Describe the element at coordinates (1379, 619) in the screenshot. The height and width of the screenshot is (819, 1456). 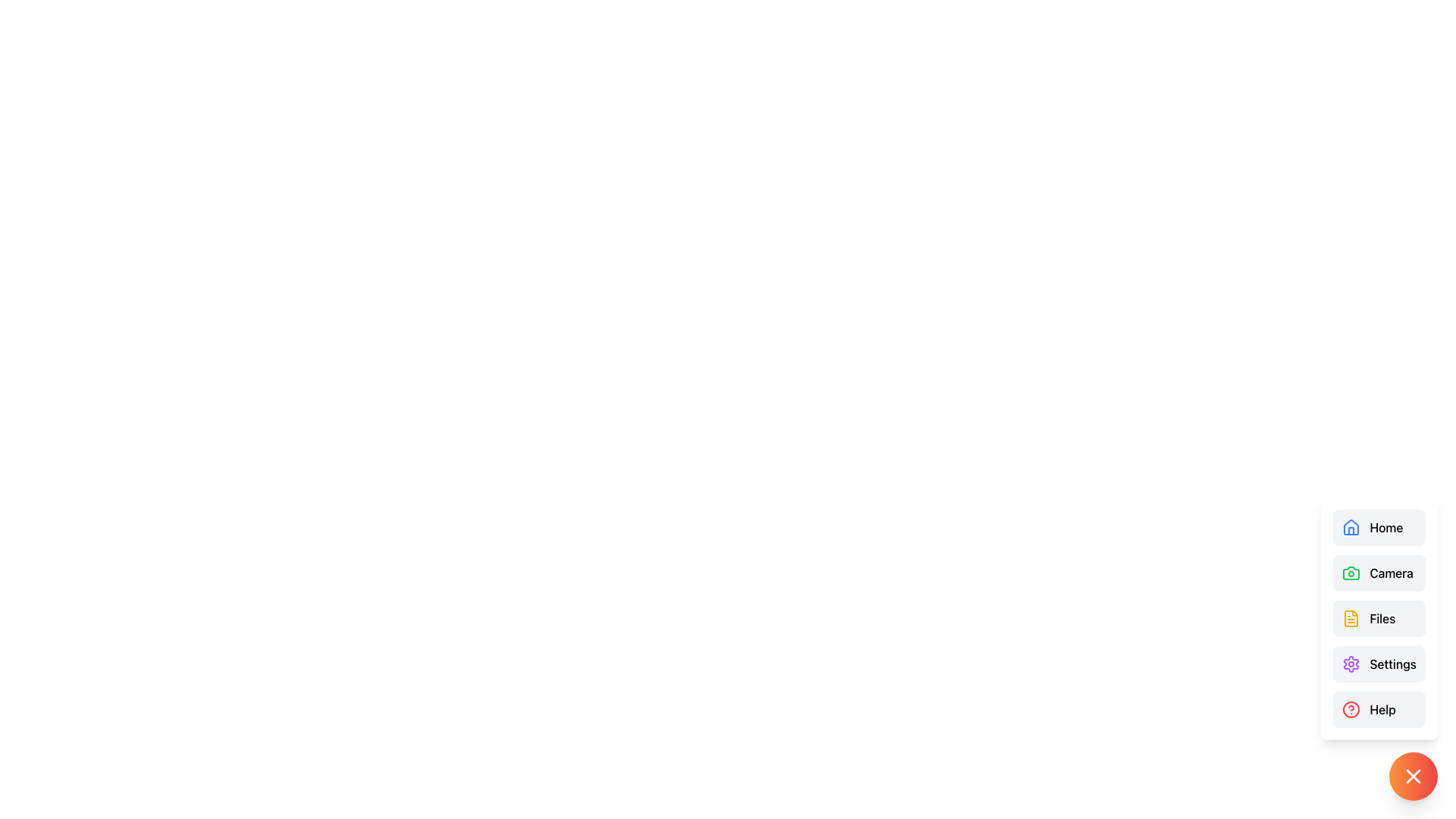
I see `the 'Files' button, which is a horizontal button with a light gray background and a yellow outlined document icon, located in the third position from the top in a list of buttons` at that location.